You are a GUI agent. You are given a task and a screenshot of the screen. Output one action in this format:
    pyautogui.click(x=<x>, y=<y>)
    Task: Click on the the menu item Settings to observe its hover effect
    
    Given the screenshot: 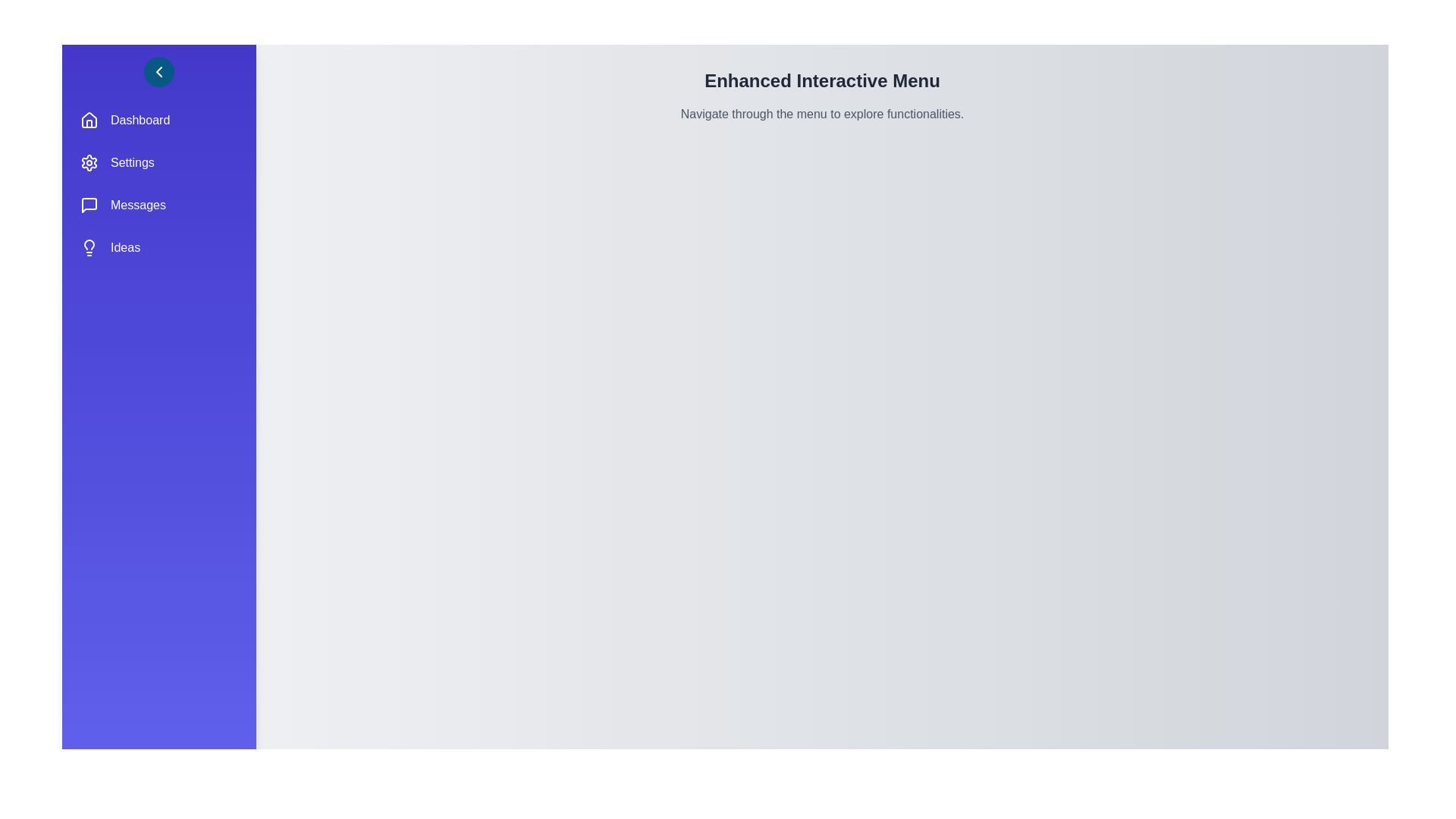 What is the action you would take?
    pyautogui.click(x=159, y=163)
    